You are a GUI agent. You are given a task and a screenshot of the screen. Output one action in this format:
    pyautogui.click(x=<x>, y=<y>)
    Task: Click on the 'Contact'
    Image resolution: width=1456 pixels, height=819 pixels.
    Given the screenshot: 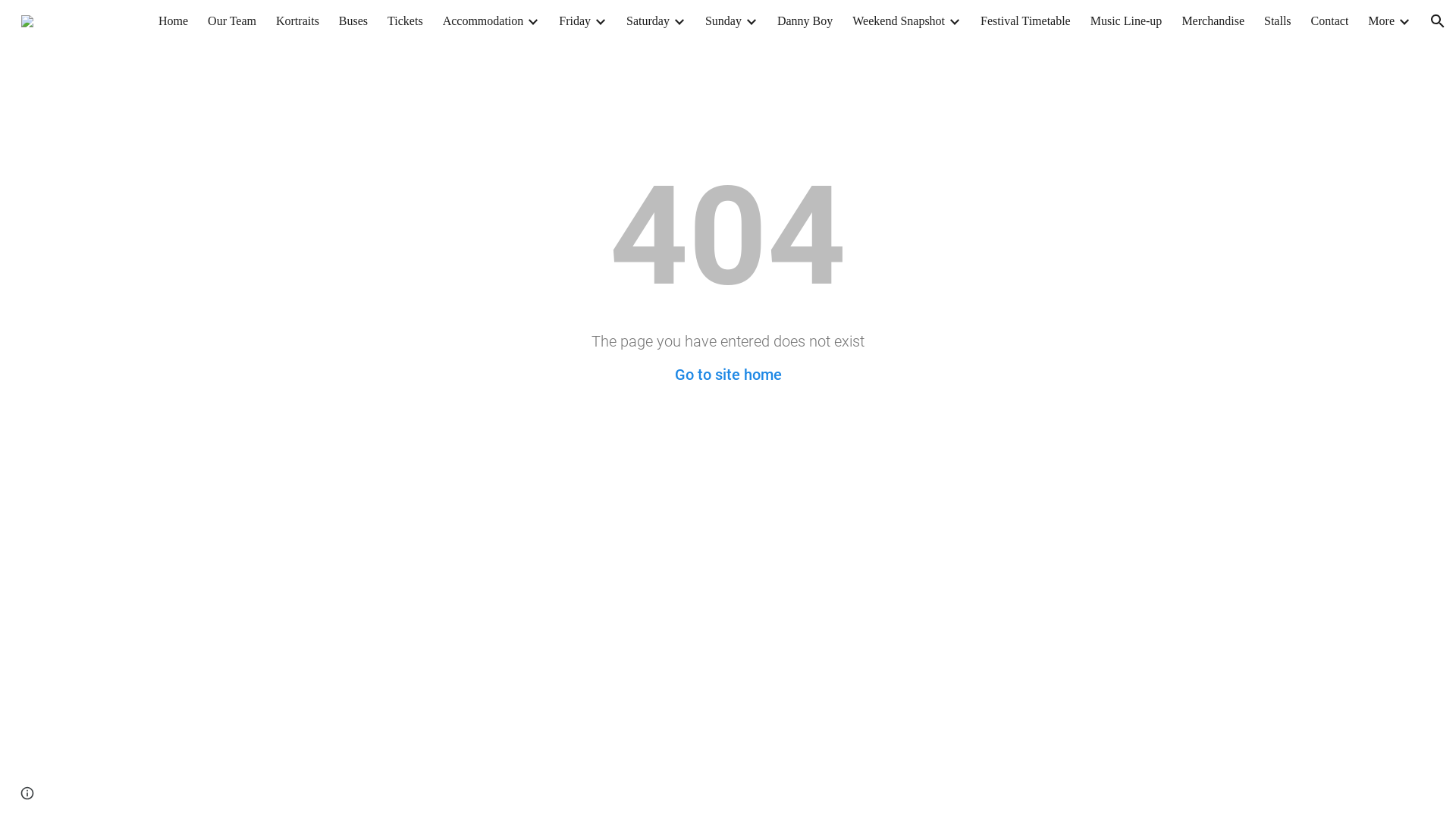 What is the action you would take?
    pyautogui.click(x=1329, y=20)
    